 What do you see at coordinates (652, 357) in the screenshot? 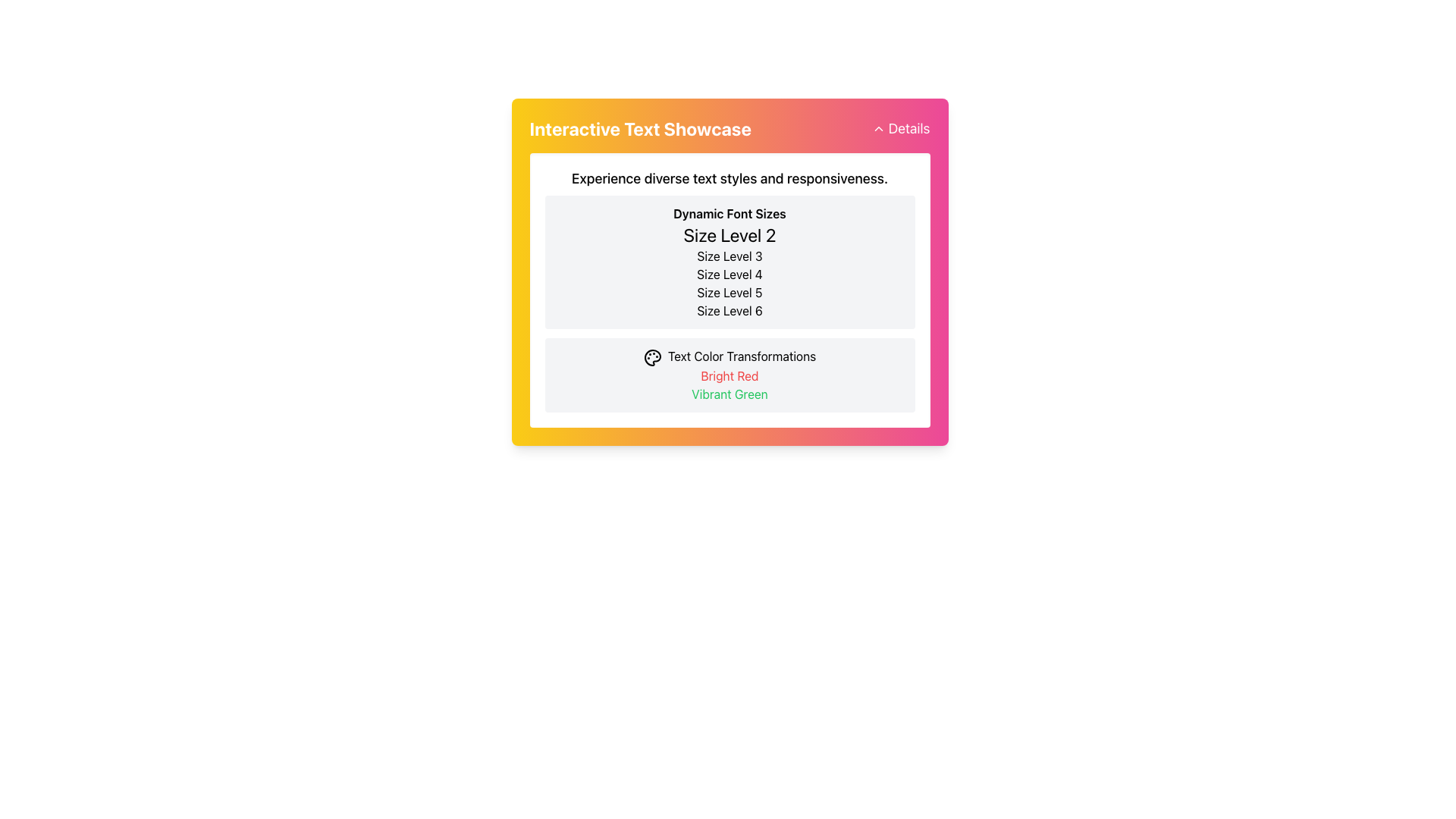
I see `the painter's palette icon, which is styled with a line-art design and positioned to the left of the text 'Text Color Transformations'` at bounding box center [652, 357].